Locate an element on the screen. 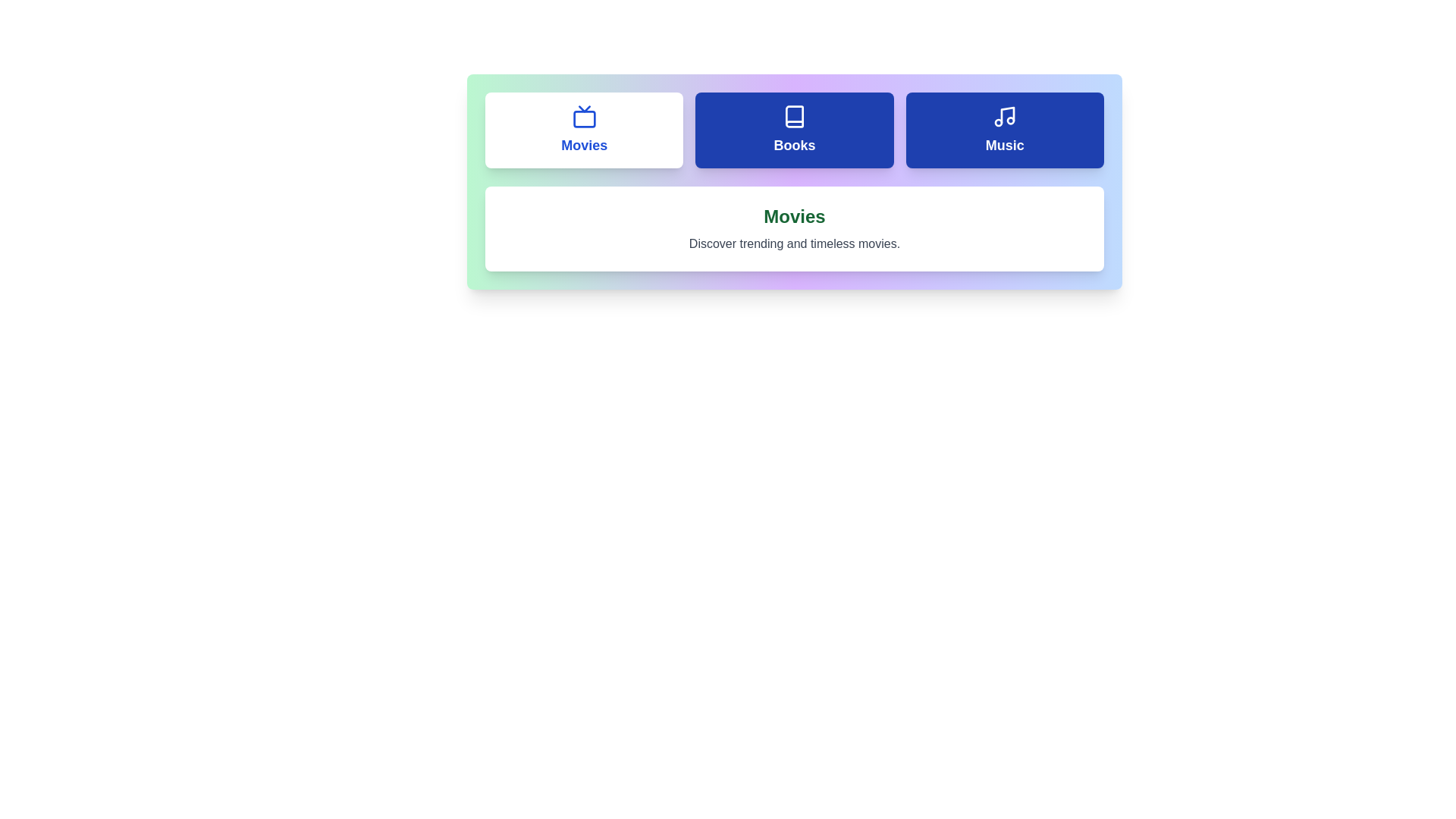 The width and height of the screenshot is (1456, 819). the minimalist white book icon located on the central blue button labeled 'Books', which is positioned at the top-center of the interface, flanked by 'Movies' and 'Music' buttons is located at coordinates (793, 116).